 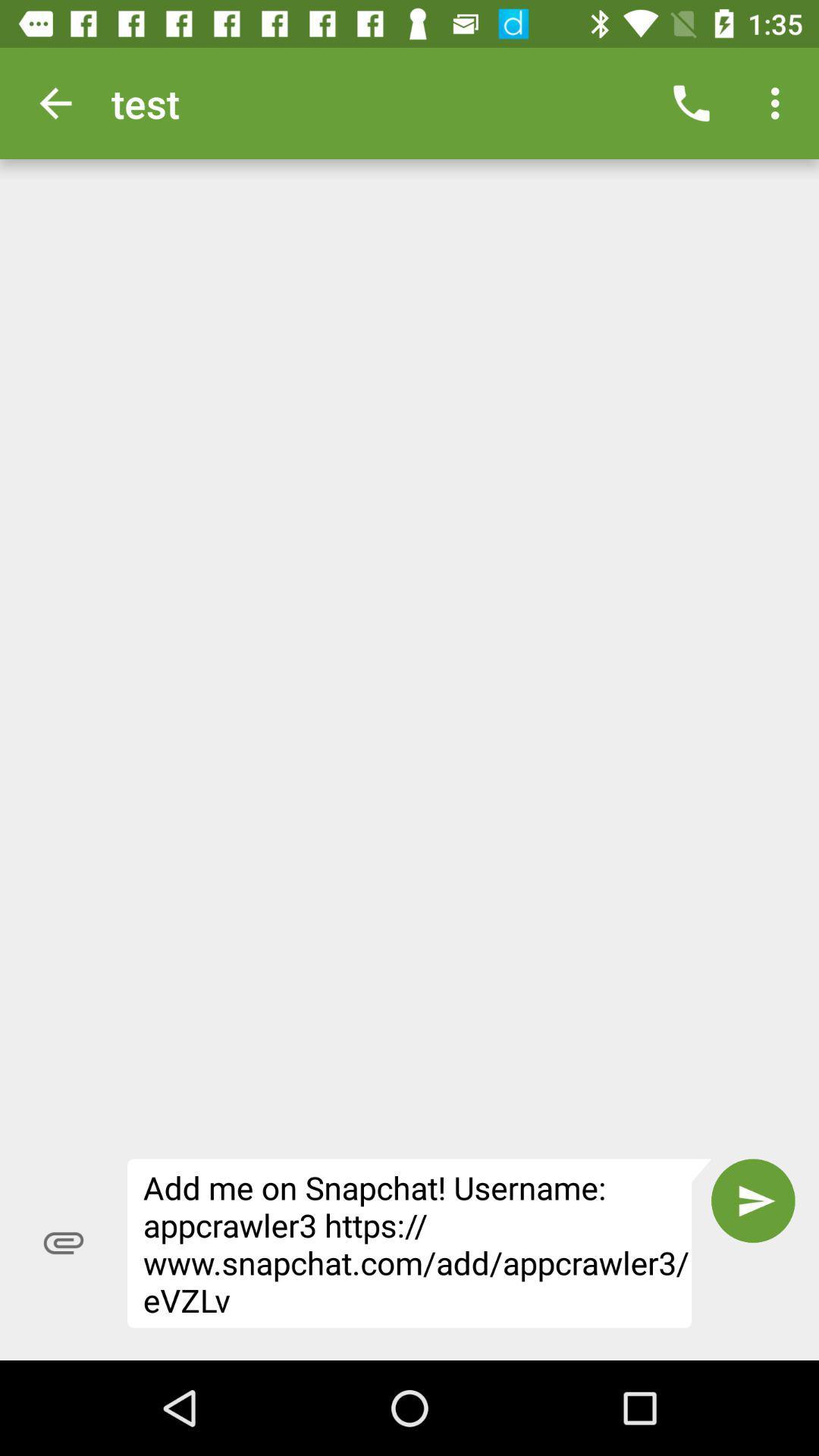 I want to click on the add me on, so click(x=419, y=1243).